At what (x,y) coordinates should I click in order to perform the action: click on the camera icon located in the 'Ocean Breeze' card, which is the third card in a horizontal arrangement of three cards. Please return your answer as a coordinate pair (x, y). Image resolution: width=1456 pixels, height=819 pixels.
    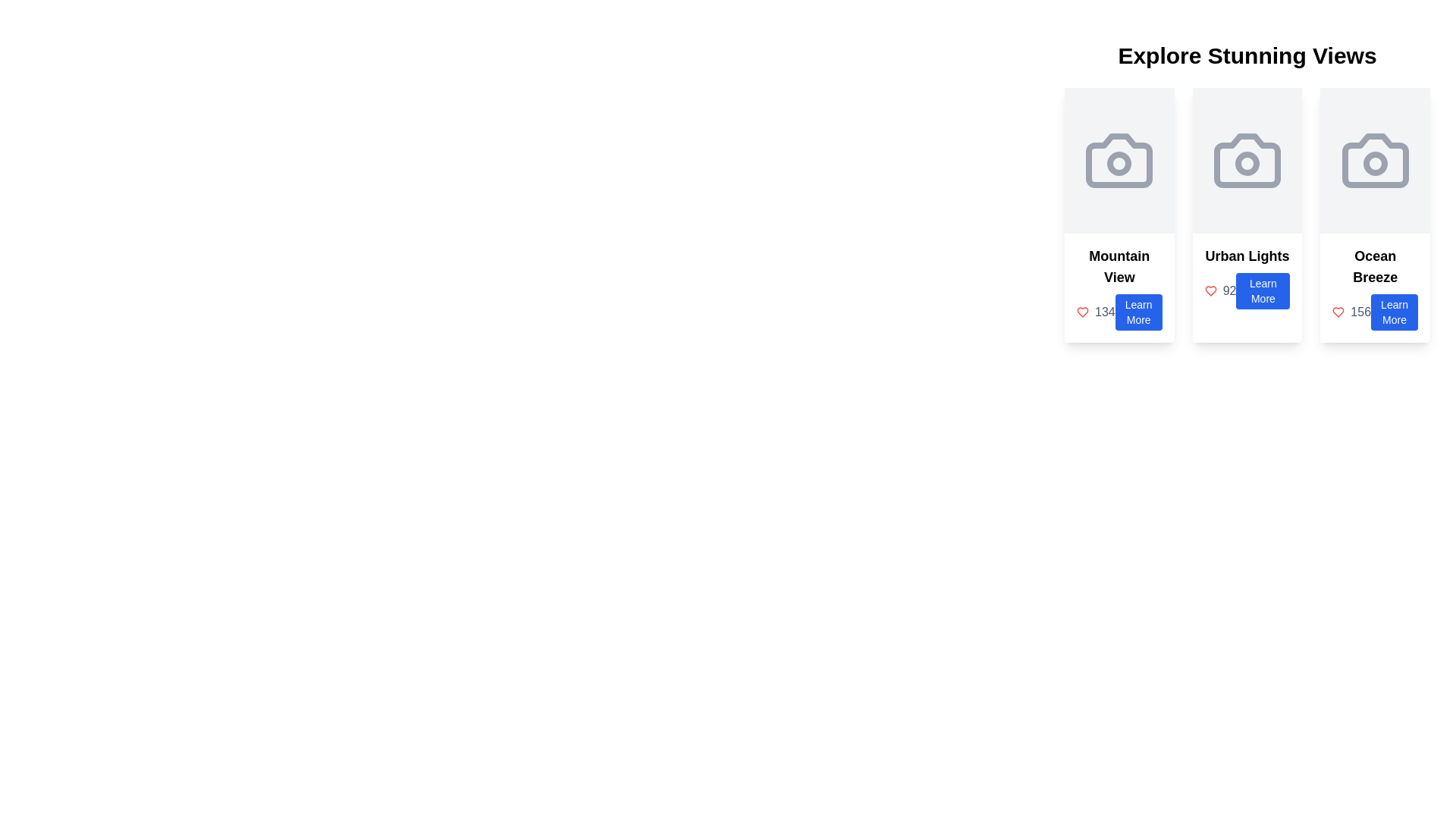
    Looking at the image, I should click on (1375, 161).